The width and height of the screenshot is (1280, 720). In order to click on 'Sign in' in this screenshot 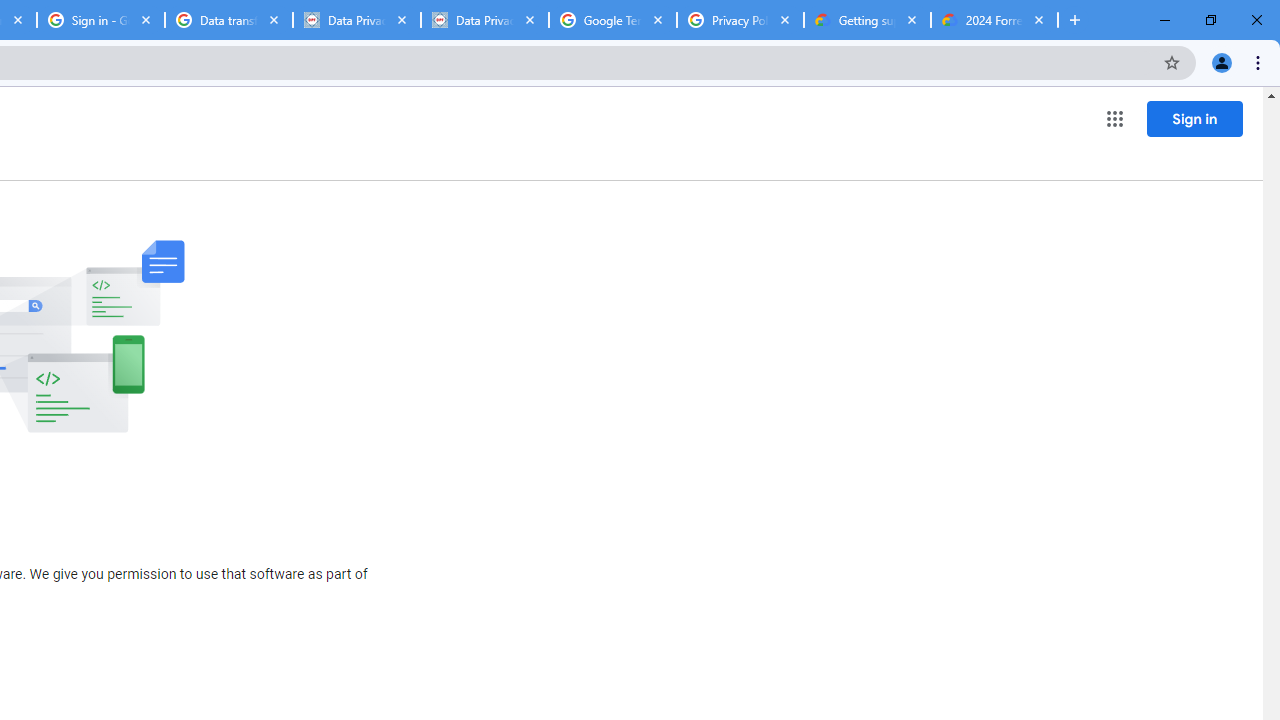, I will do `click(1194, 118)`.